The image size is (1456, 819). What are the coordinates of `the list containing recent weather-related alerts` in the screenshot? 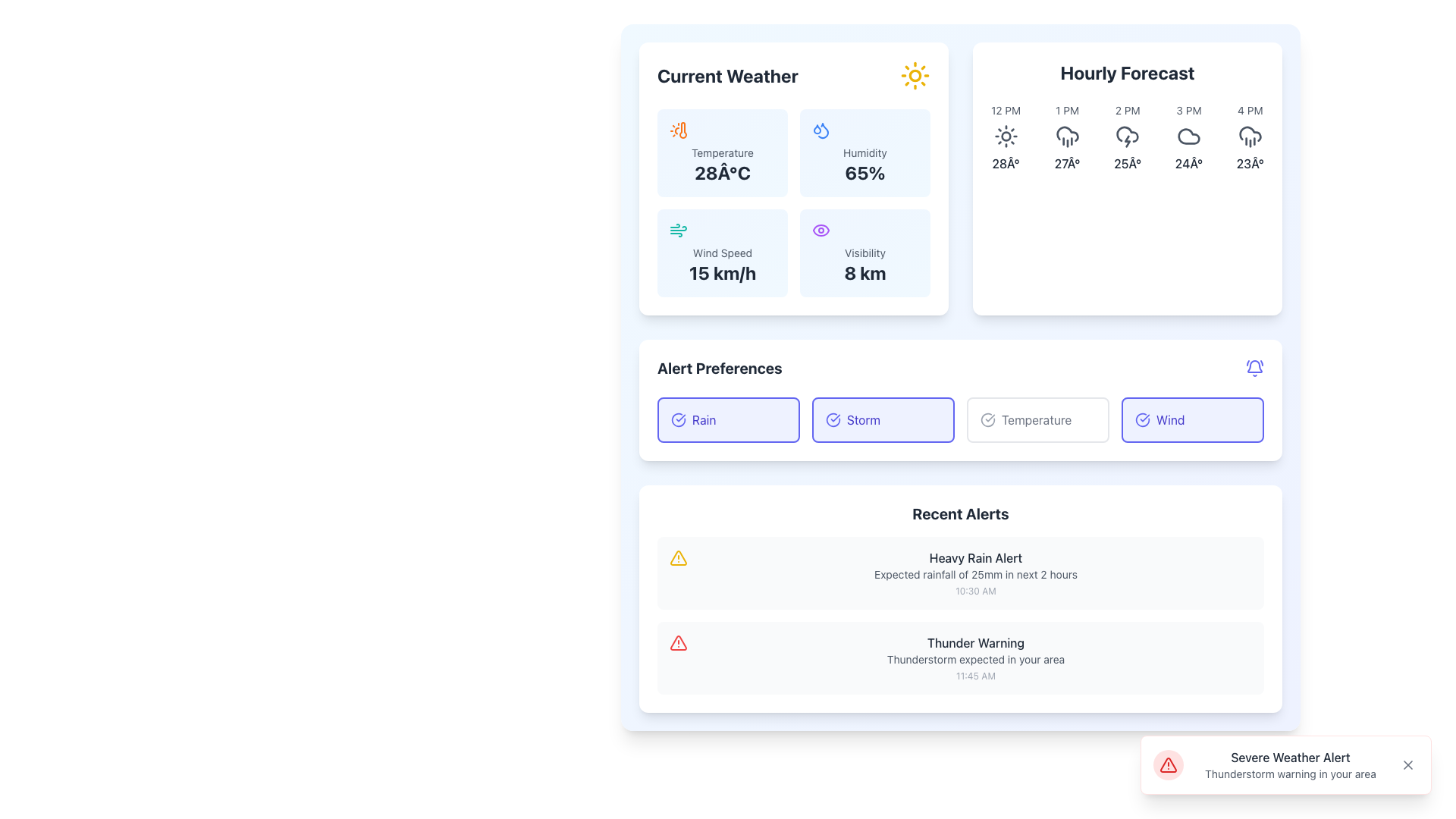 It's located at (960, 616).